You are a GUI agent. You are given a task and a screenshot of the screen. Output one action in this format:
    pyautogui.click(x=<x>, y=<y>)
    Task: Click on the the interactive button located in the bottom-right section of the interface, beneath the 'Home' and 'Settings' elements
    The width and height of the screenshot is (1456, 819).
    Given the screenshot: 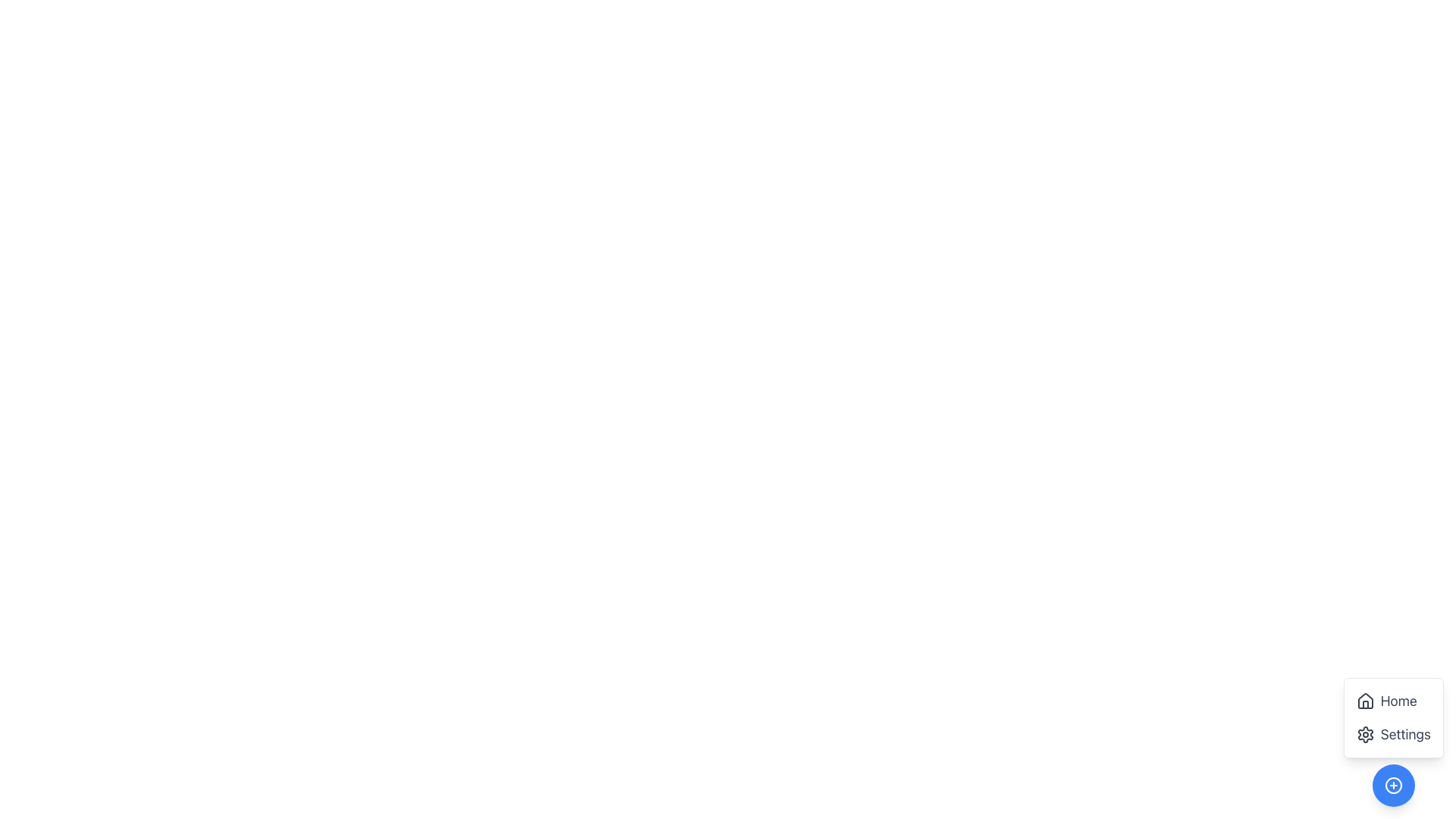 What is the action you would take?
    pyautogui.click(x=1393, y=785)
    